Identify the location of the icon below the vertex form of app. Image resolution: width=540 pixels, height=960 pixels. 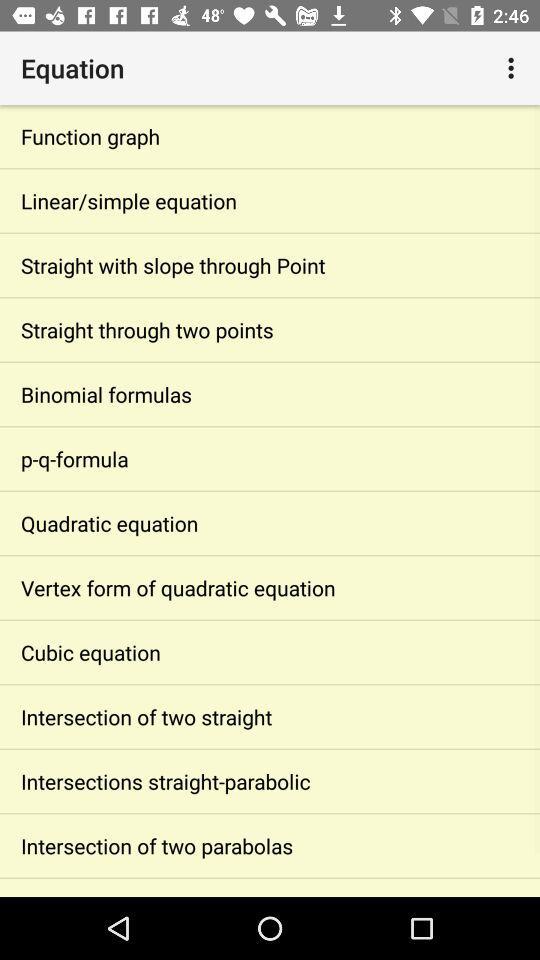
(270, 651).